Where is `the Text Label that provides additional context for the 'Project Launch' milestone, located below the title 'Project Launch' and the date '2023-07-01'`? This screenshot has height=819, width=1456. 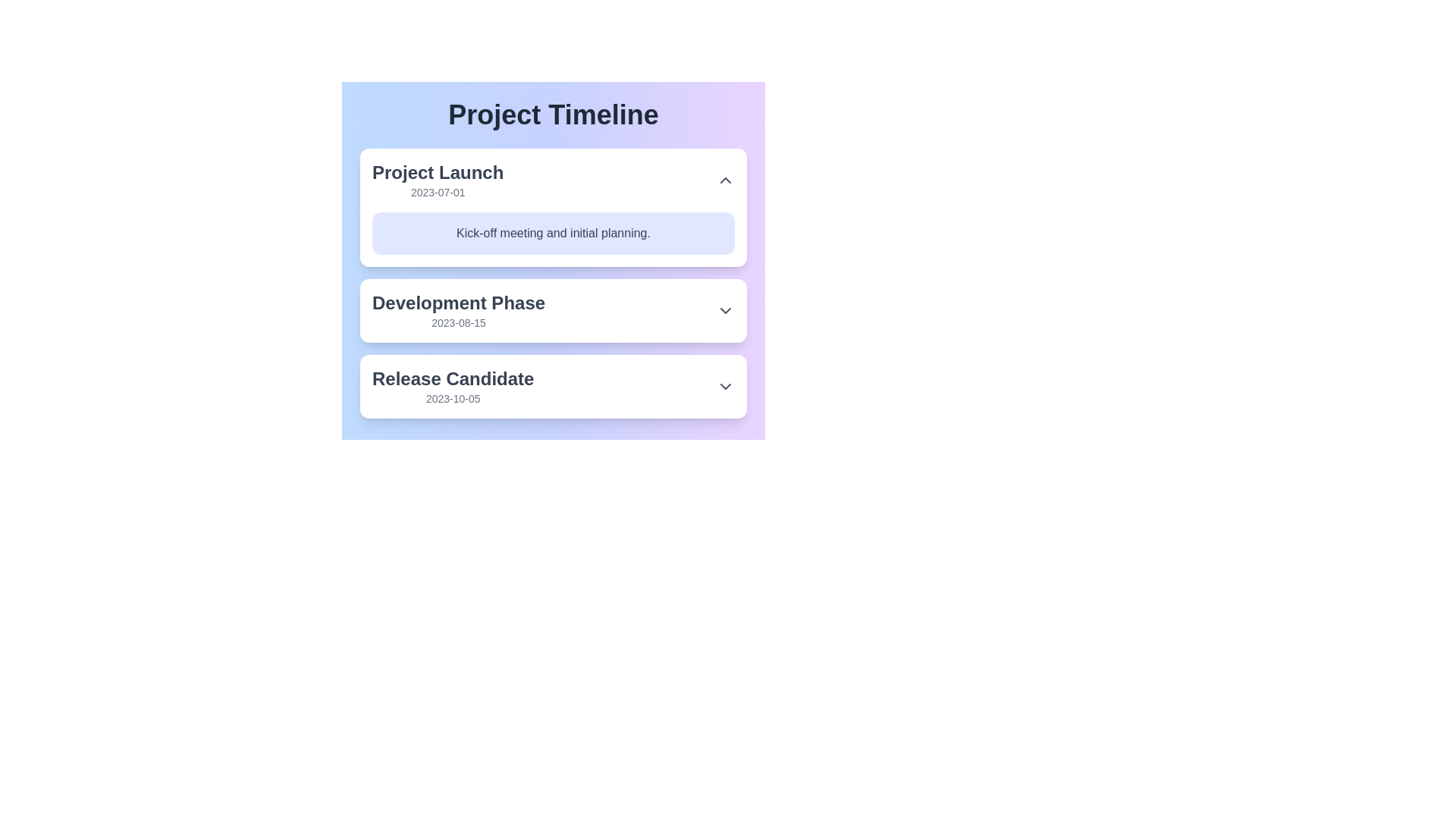 the Text Label that provides additional context for the 'Project Launch' milestone, located below the title 'Project Launch' and the date '2023-07-01' is located at coordinates (552, 234).